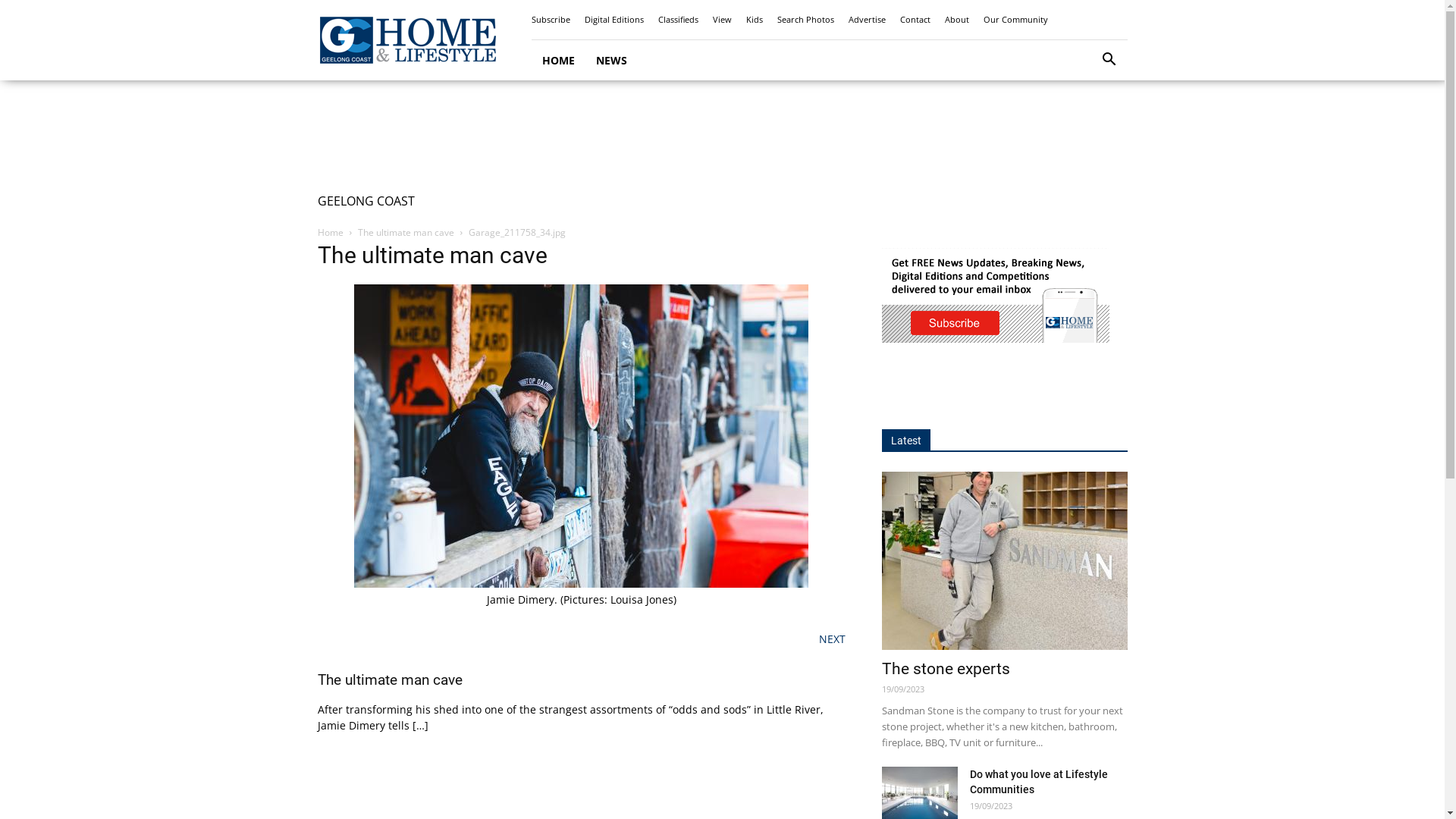 Image resolution: width=1456 pixels, height=819 pixels. What do you see at coordinates (677, 19) in the screenshot?
I see `'Classifieds'` at bounding box center [677, 19].